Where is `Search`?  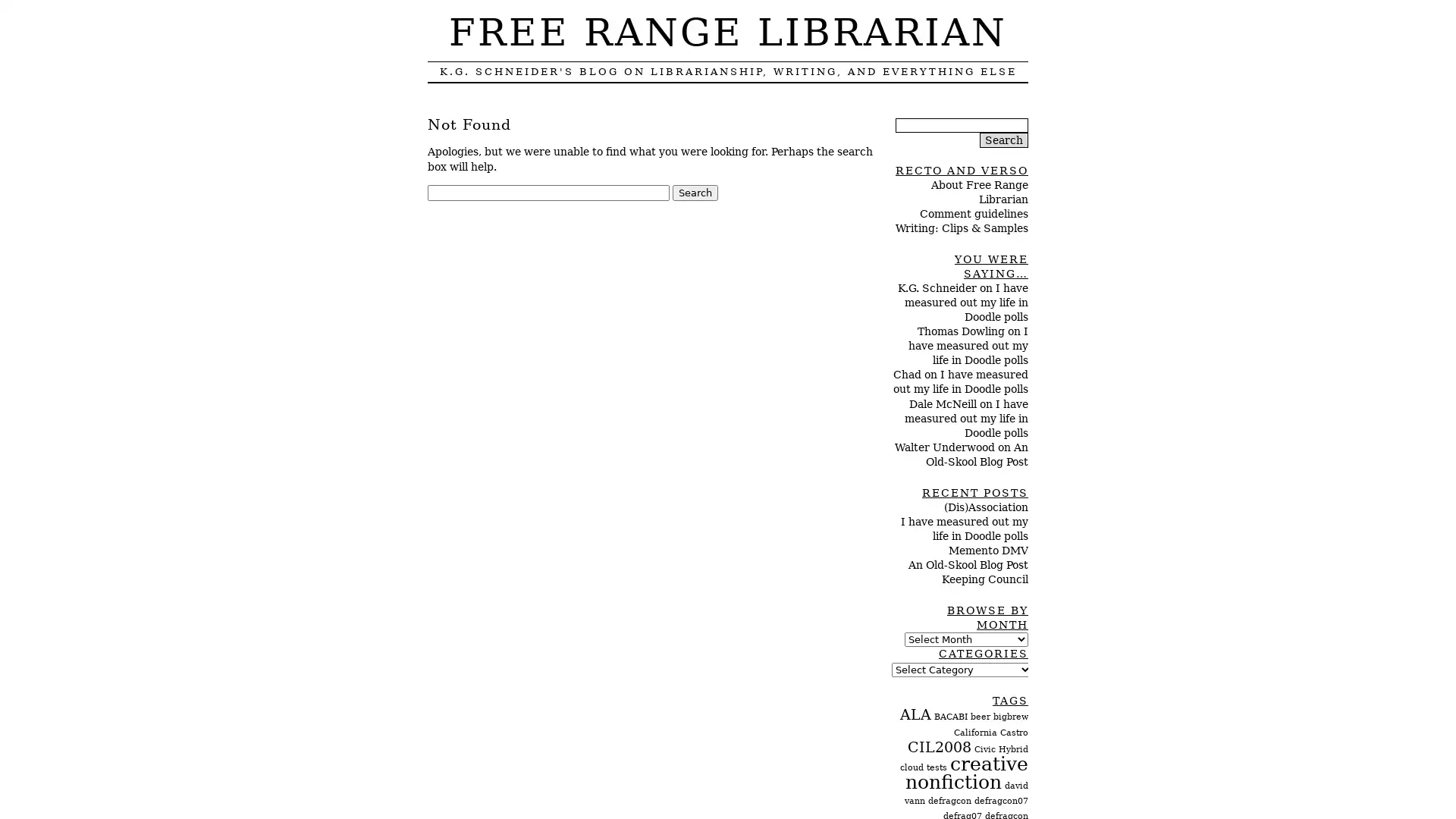
Search is located at coordinates (1004, 140).